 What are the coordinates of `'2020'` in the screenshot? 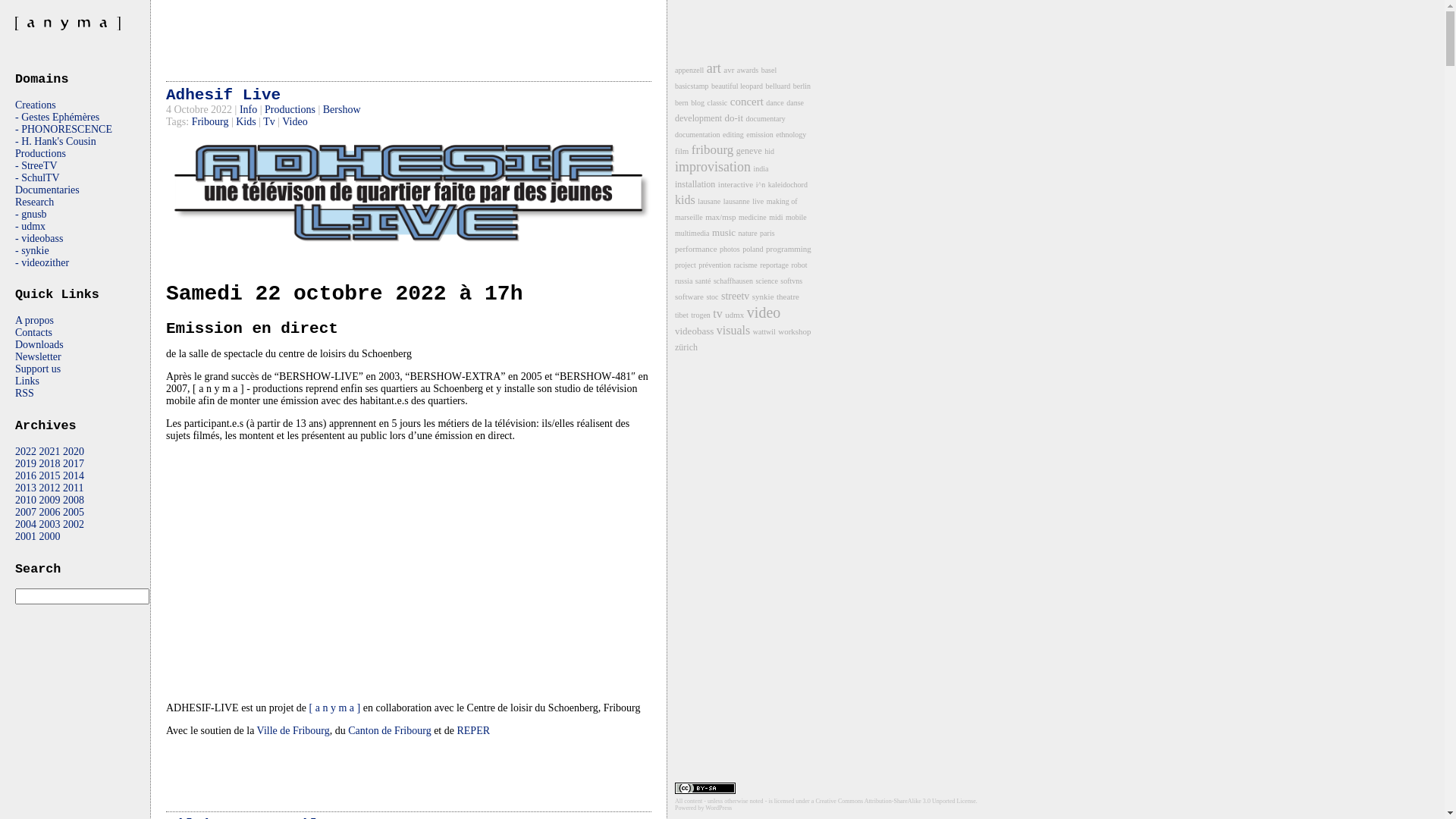 It's located at (72, 450).